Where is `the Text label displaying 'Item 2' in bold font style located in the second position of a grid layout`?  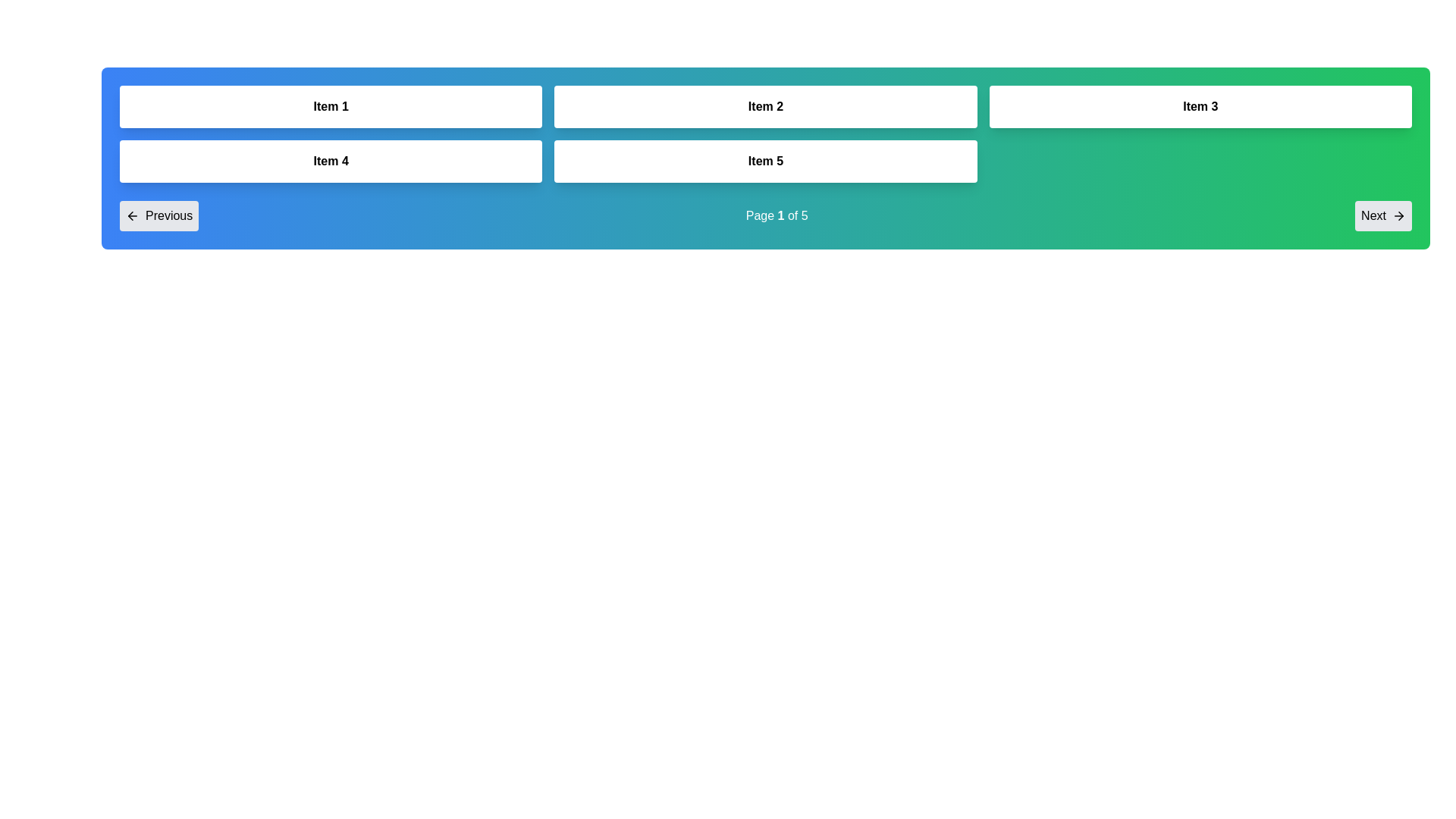 the Text label displaying 'Item 2' in bold font style located in the second position of a grid layout is located at coordinates (765, 106).